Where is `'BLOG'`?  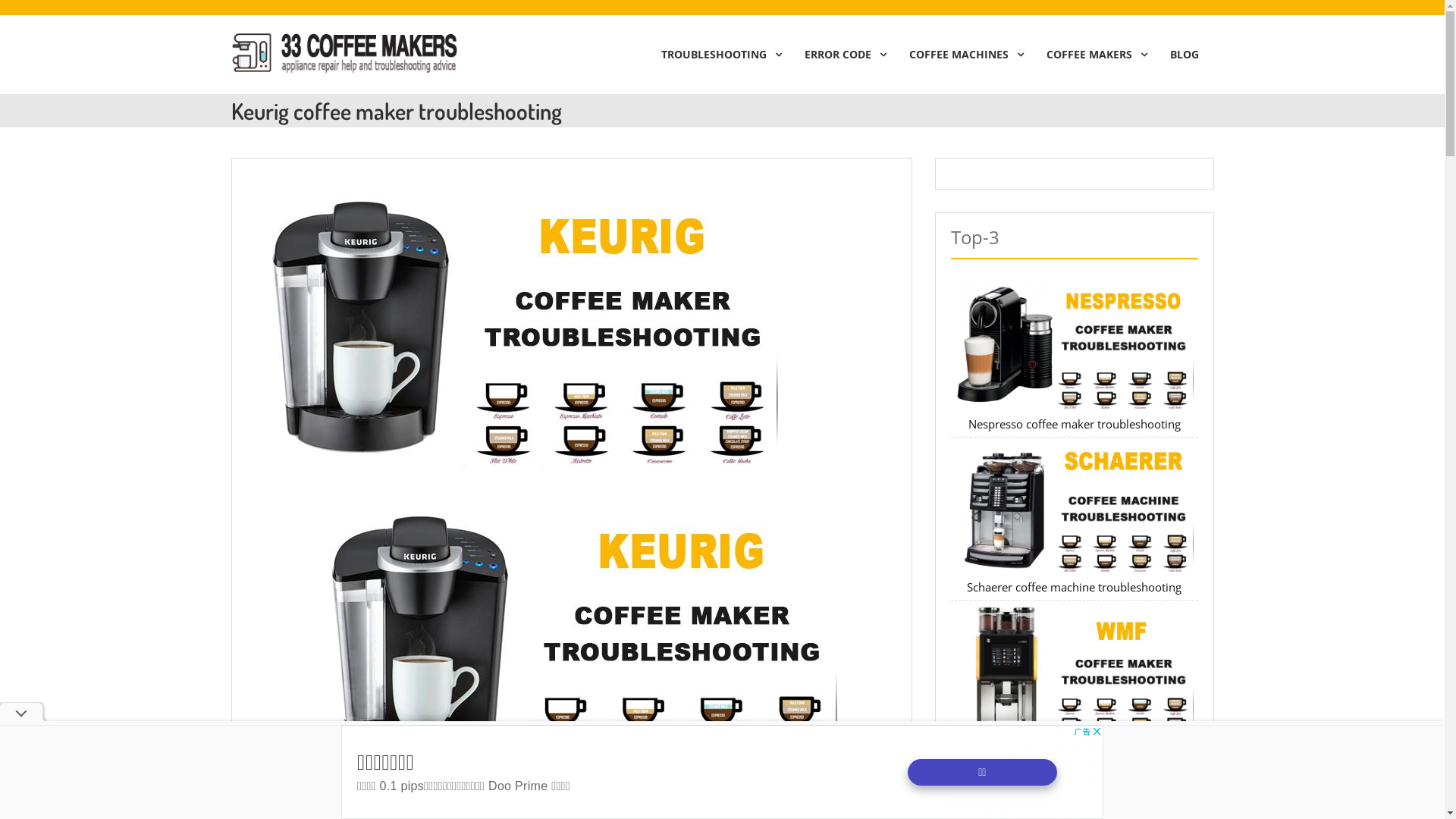
'BLOG' is located at coordinates (1182, 54).